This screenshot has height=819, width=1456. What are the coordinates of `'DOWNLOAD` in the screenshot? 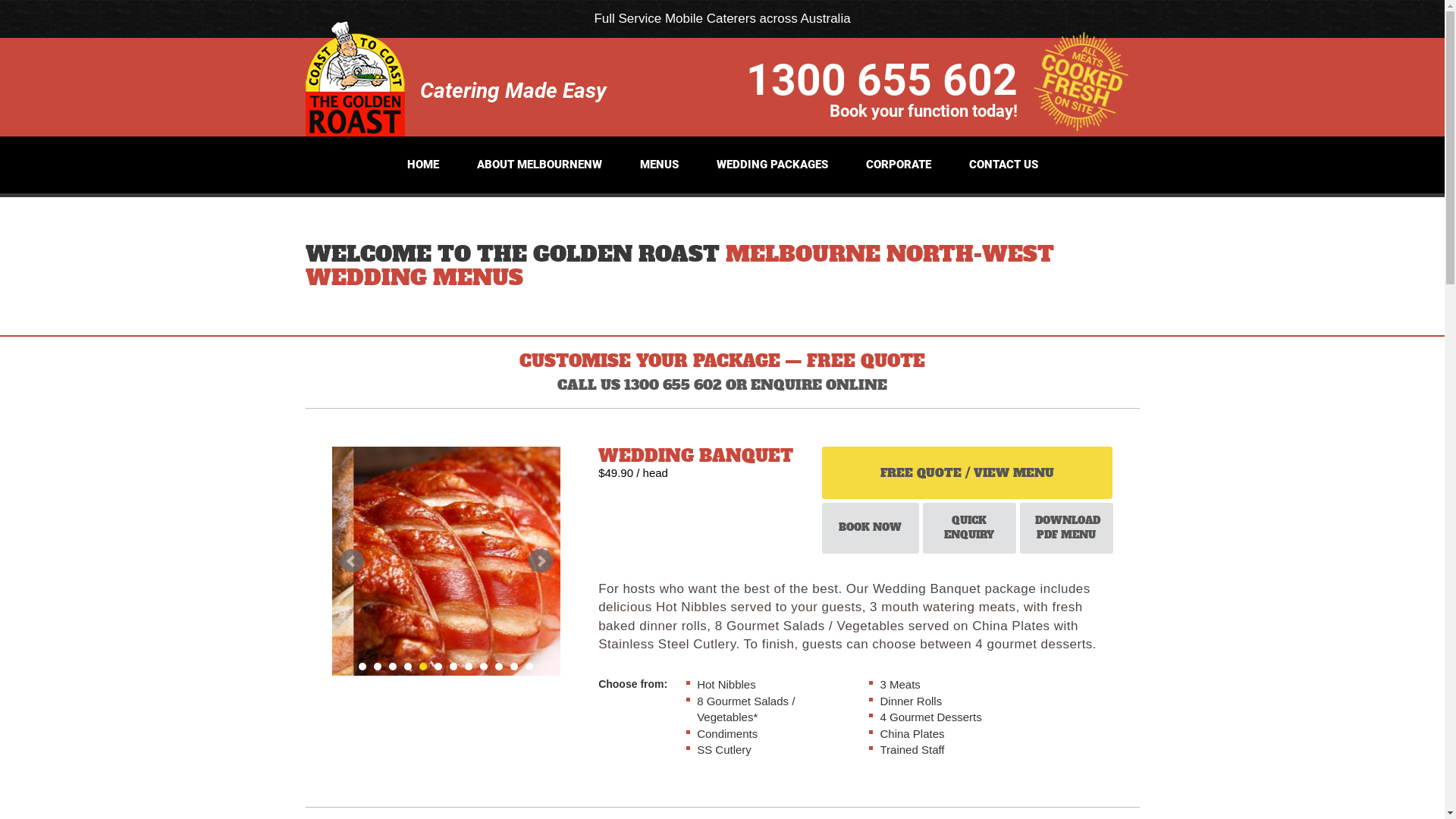 It's located at (1019, 527).